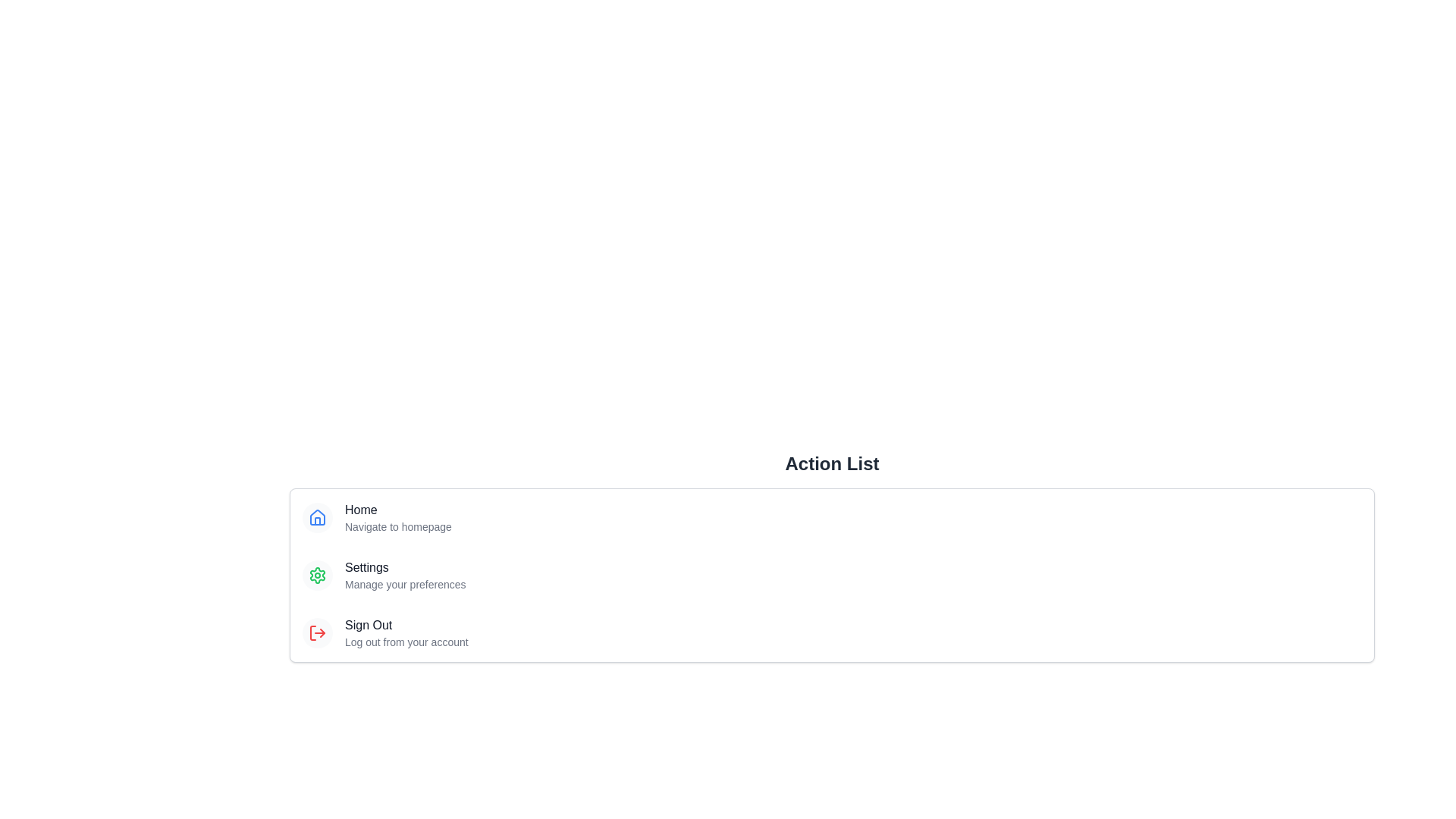 This screenshot has width=1456, height=819. What do you see at coordinates (405, 576) in the screenshot?
I see `the menu item for managing user preferences, located in the vertical list between 'Home' and 'Sign Out'` at bounding box center [405, 576].